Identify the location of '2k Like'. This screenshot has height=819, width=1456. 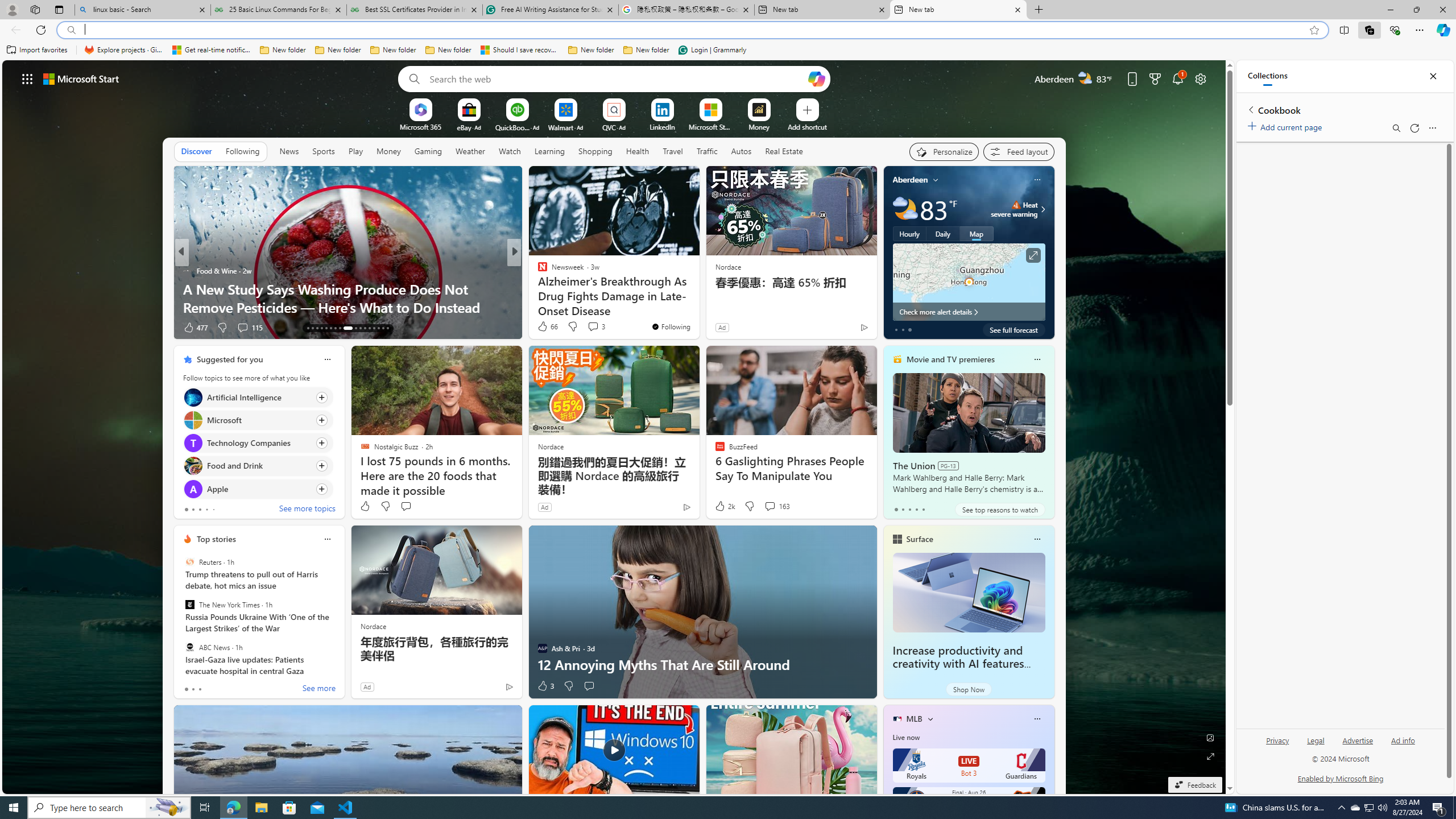
(723, 505).